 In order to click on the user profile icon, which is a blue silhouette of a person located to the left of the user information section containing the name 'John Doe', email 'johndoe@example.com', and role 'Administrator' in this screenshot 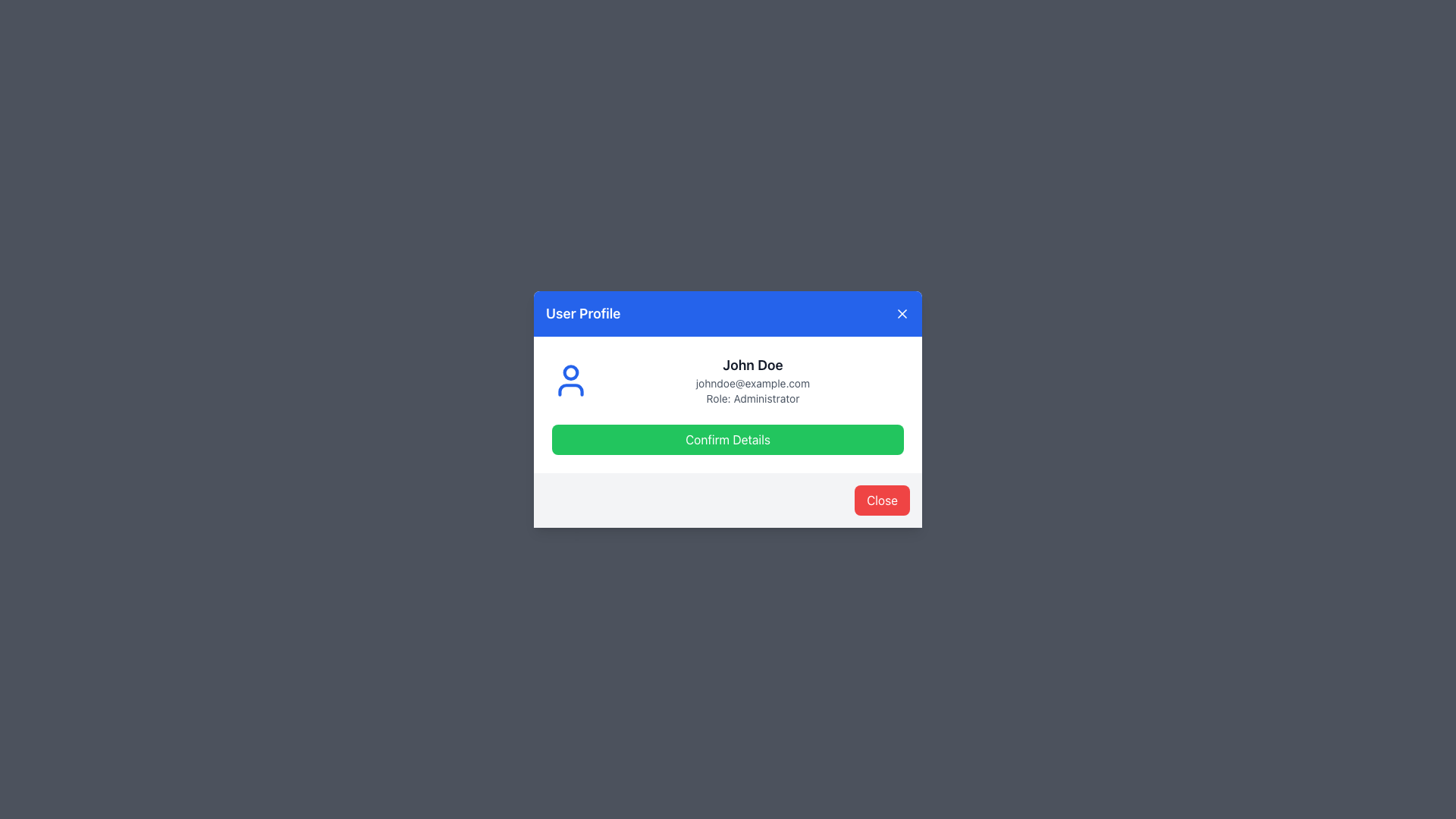, I will do `click(570, 379)`.